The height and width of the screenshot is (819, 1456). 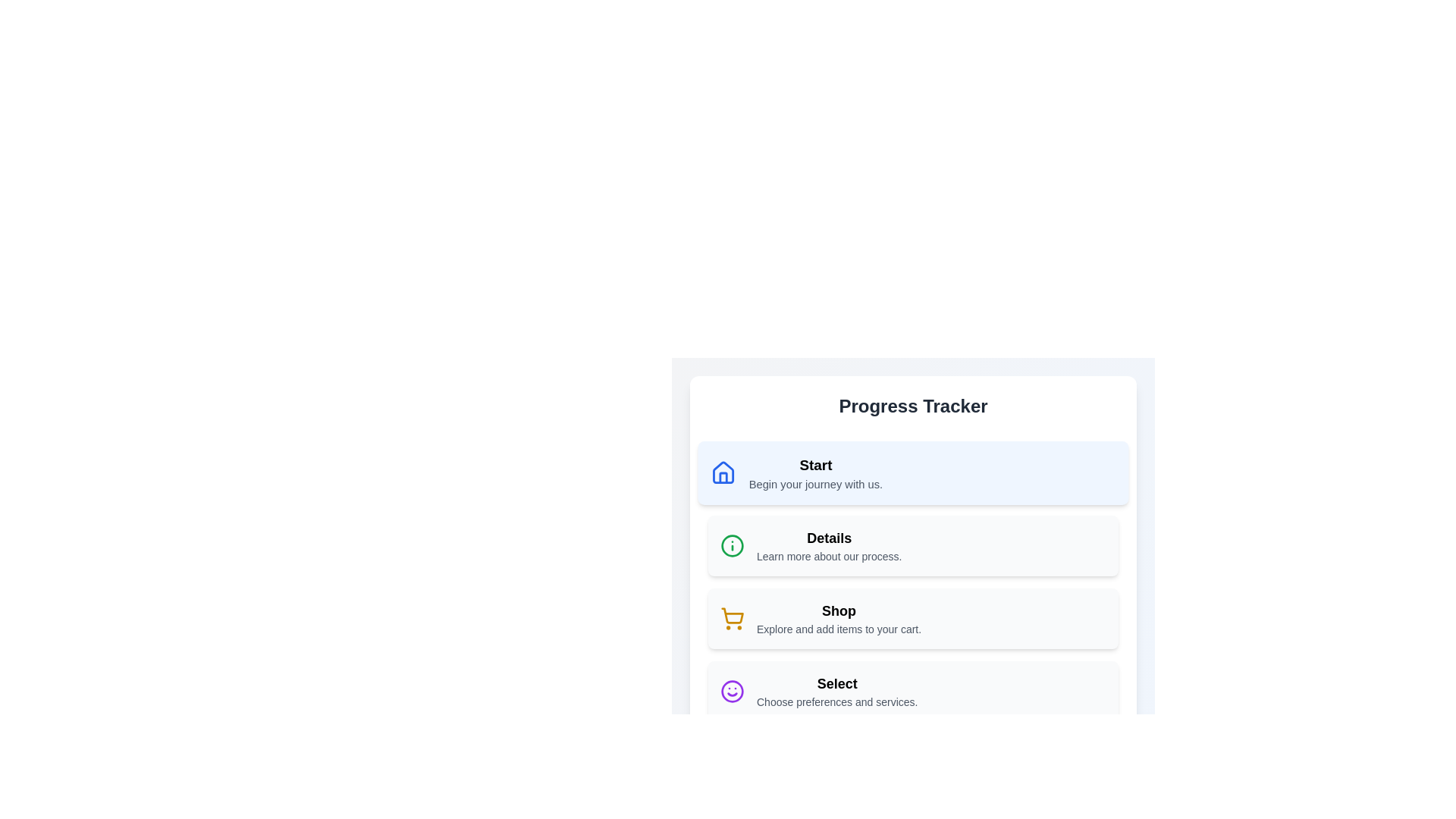 I want to click on the 'Start' text label, which is bold and black, prominently displayed on a light blue background, located near the top-middle of the interface just above 'Details', so click(x=814, y=464).